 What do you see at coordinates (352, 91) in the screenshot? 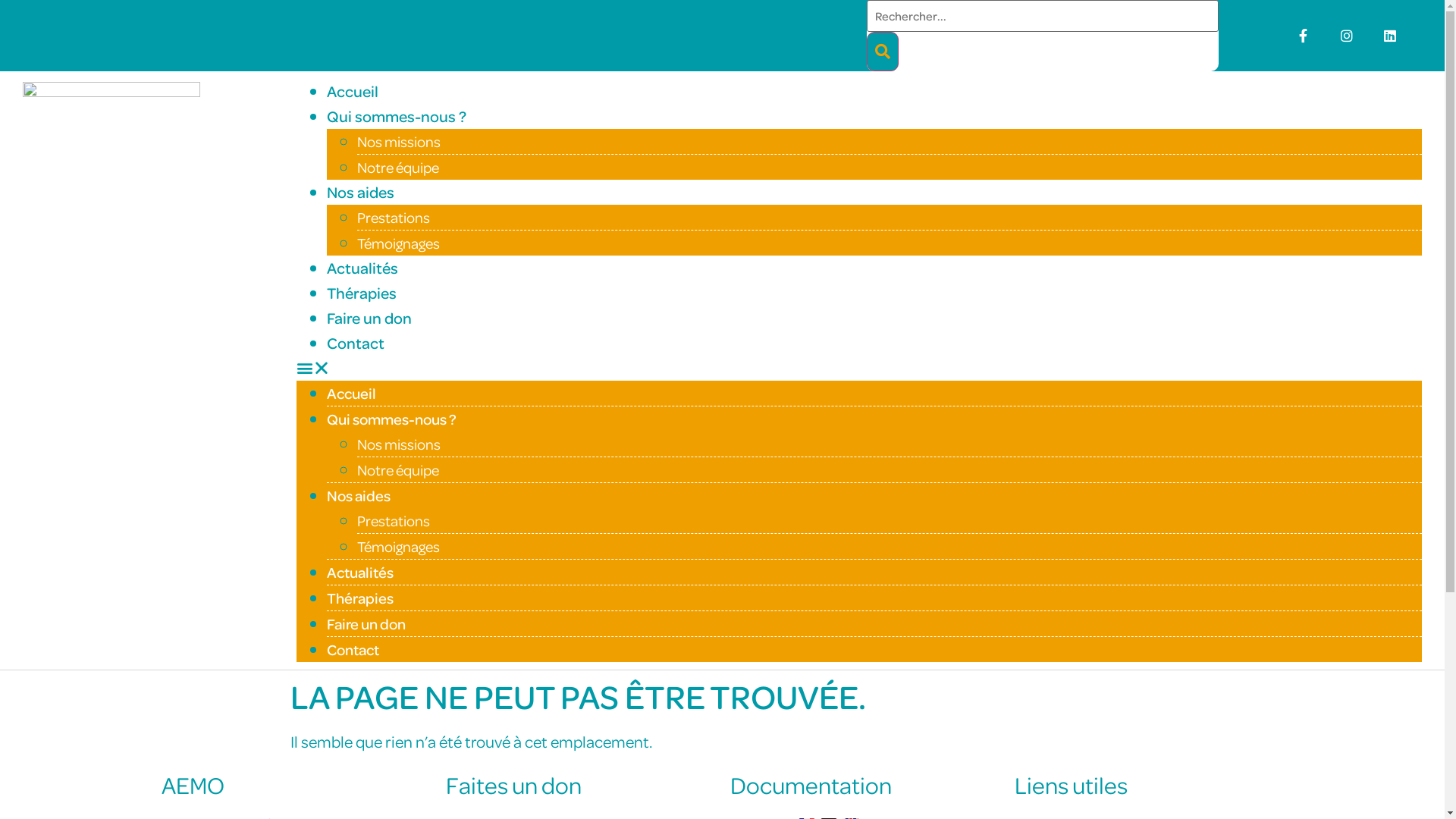
I see `'Accueil'` at bounding box center [352, 91].